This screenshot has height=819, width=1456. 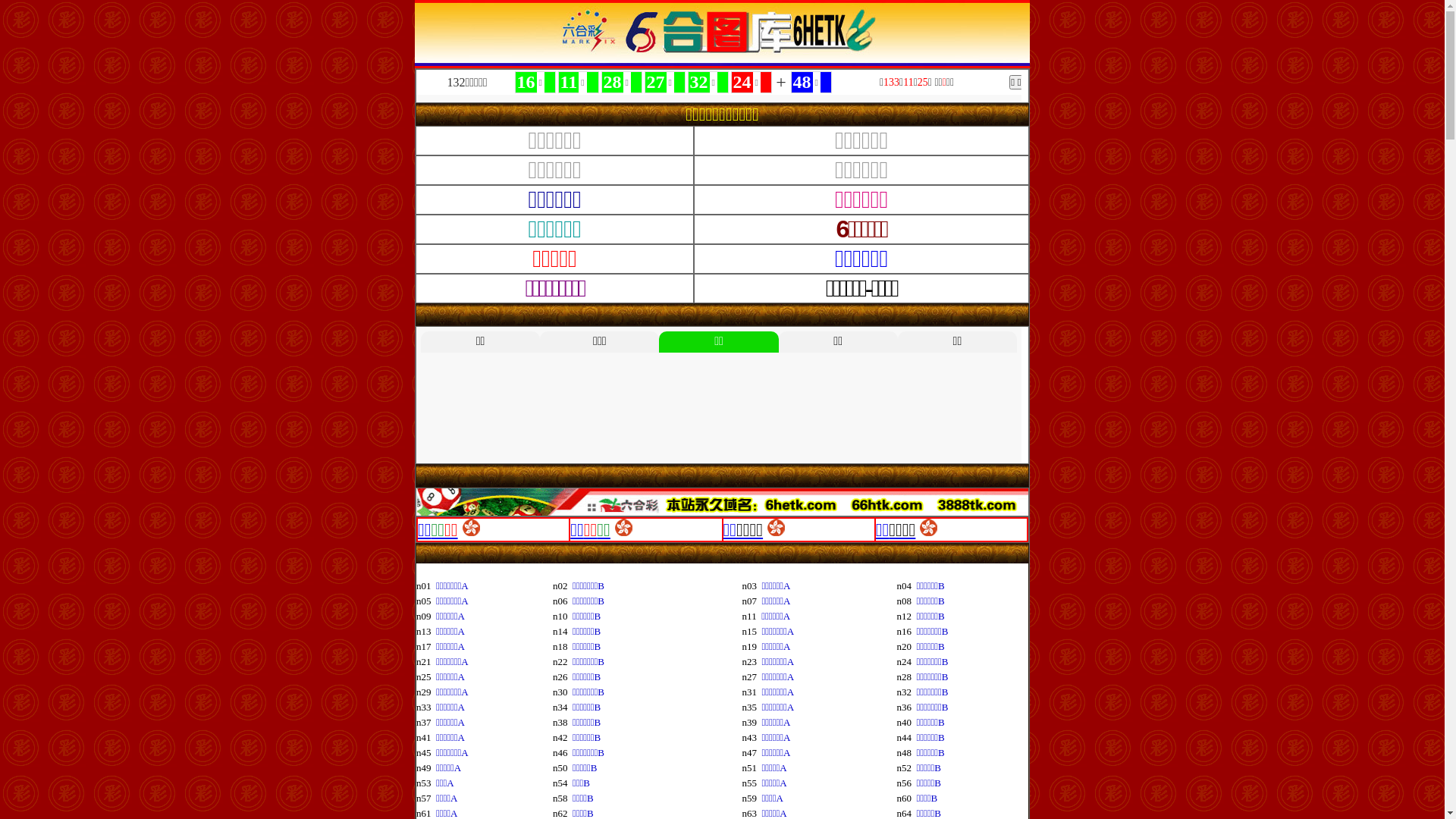 I want to click on 'n51 ', so click(x=742, y=767).